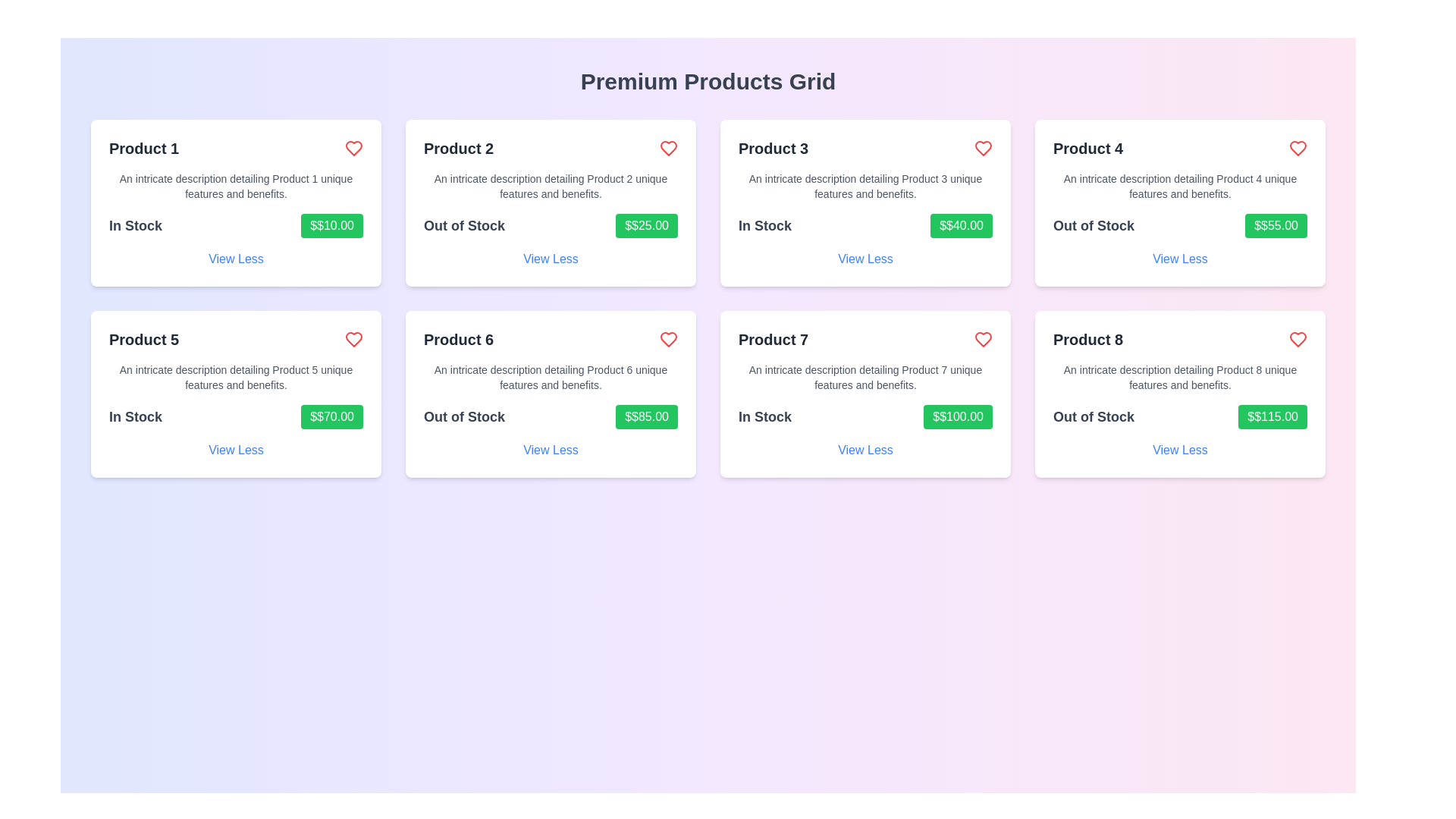 The width and height of the screenshot is (1456, 819). Describe the element at coordinates (1179, 259) in the screenshot. I see `the 'View Less' hyperlink styled with blue text and an underline` at that location.